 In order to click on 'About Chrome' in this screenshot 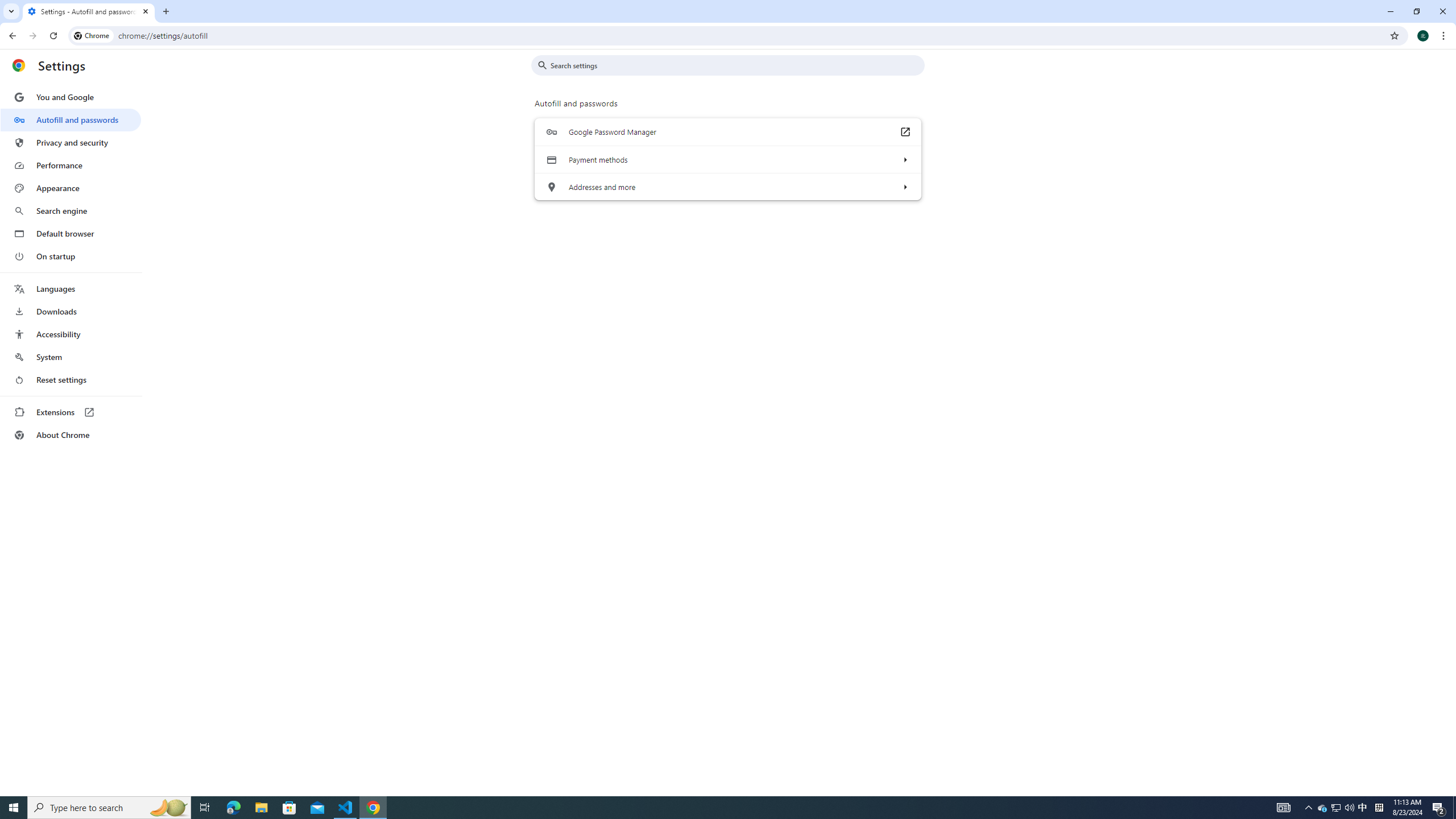, I will do `click(70, 434)`.